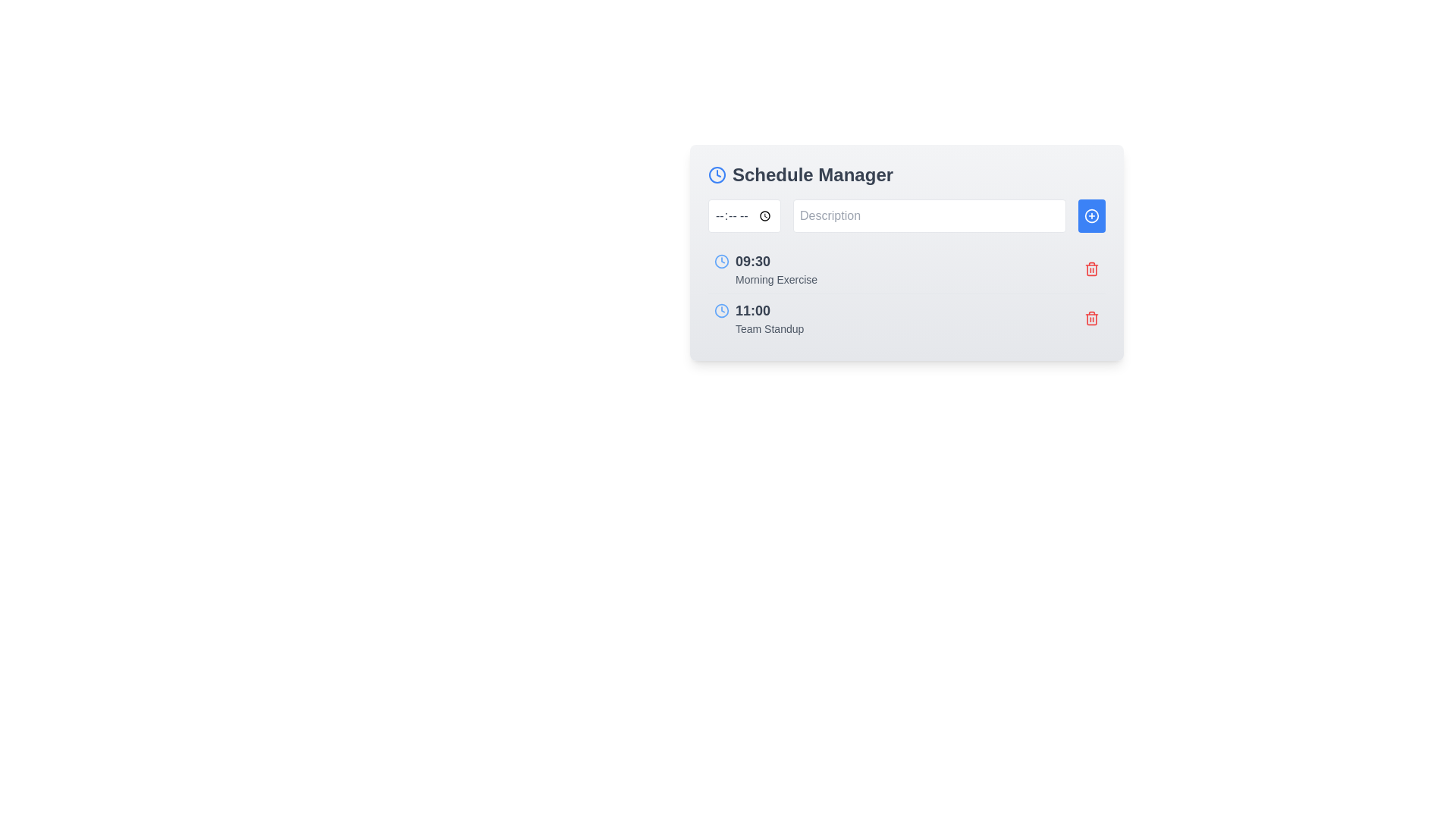 Image resolution: width=1456 pixels, height=819 pixels. Describe the element at coordinates (716, 174) in the screenshot. I see `the SVG circle element that serves as the circular outline at the center of the clock icon, located to the left of the 'Schedule Manager' title` at that location.